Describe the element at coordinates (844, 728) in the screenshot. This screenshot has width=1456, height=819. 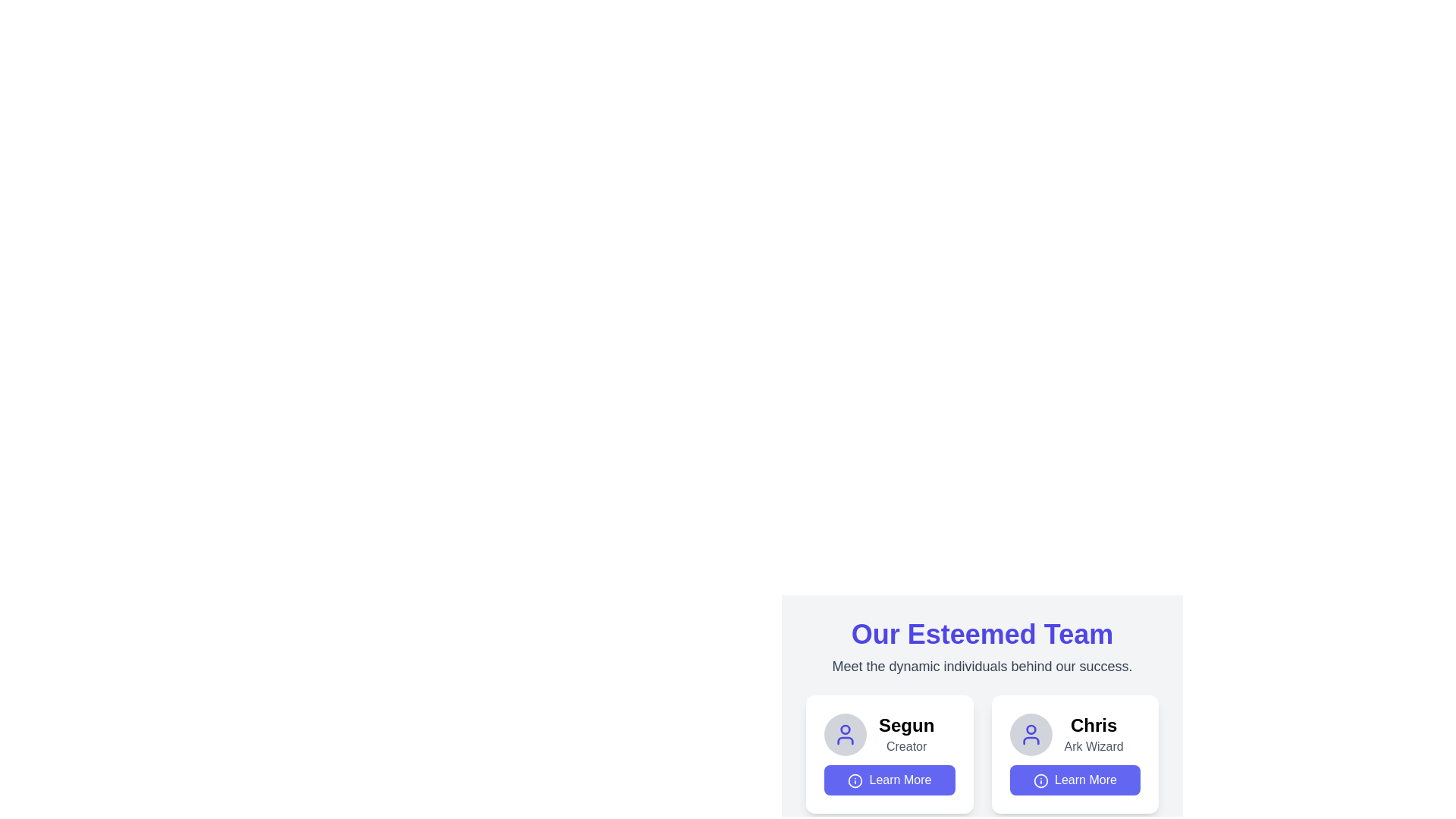
I see `the top part of the user icon representing Segun within the 'Our Esteemed Team' section` at that location.